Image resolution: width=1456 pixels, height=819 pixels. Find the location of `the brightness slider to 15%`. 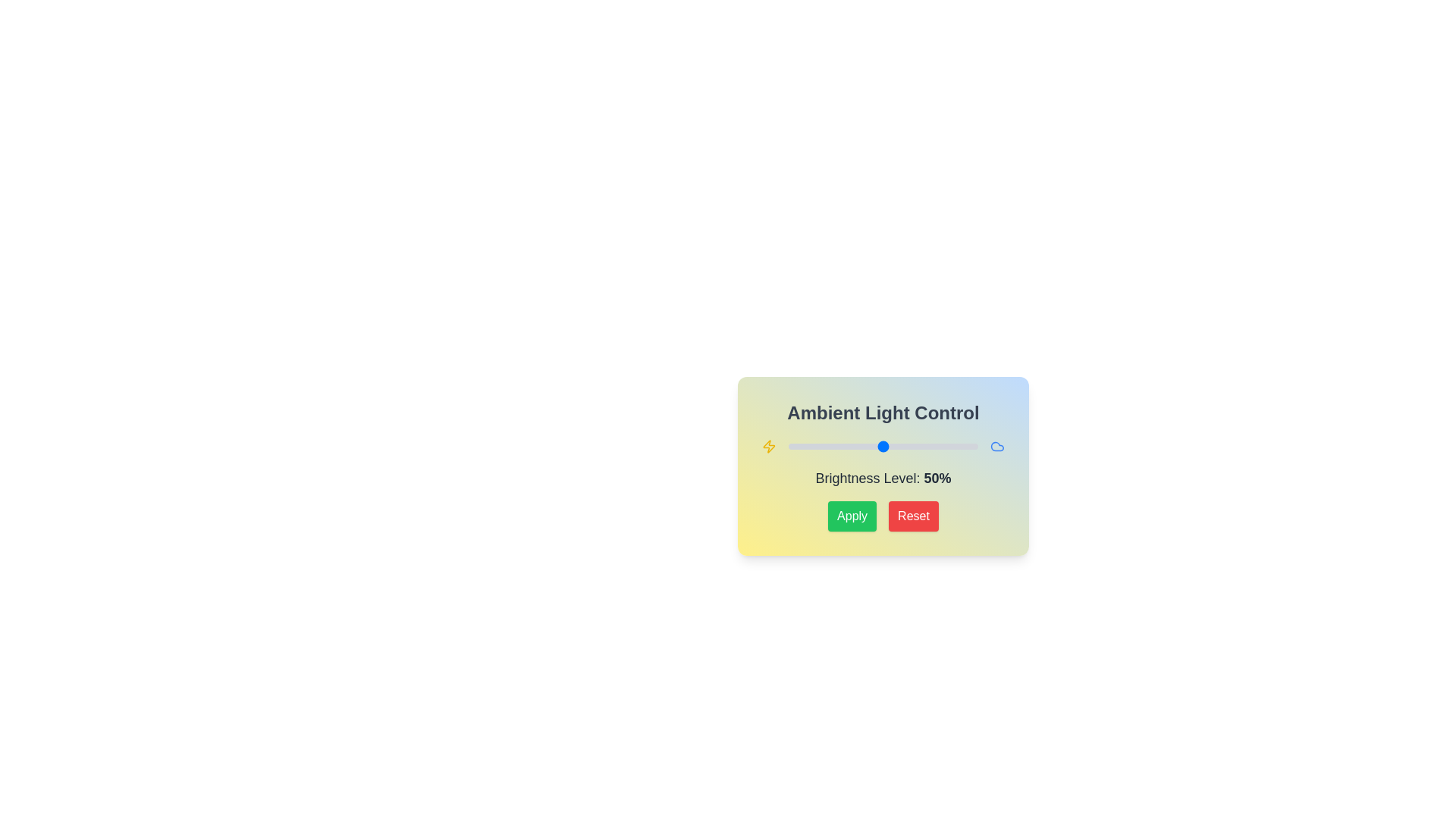

the brightness slider to 15% is located at coordinates (816, 446).